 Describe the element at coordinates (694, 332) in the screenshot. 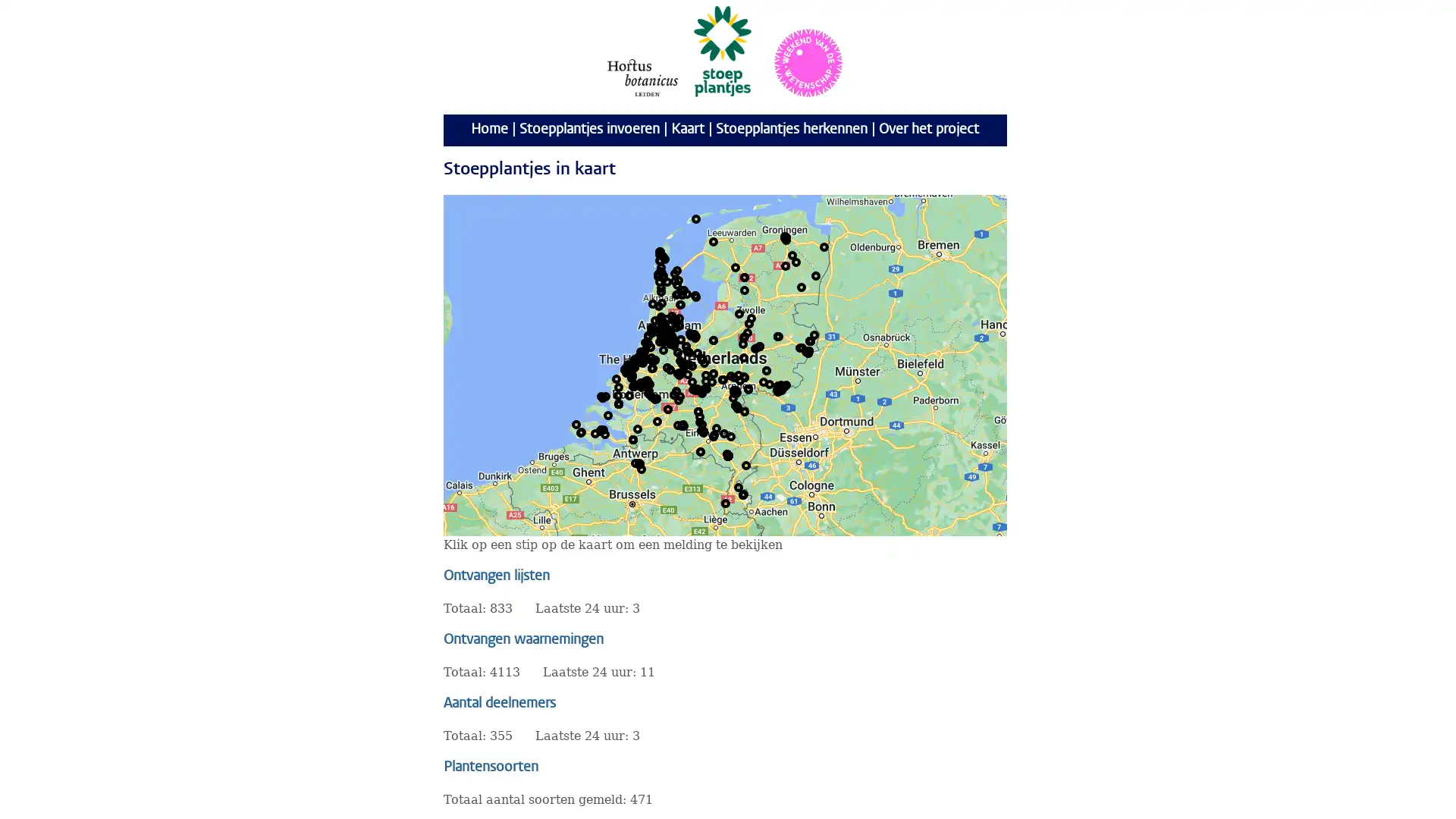

I see `Telling van 7 op 23 november 2021` at that location.